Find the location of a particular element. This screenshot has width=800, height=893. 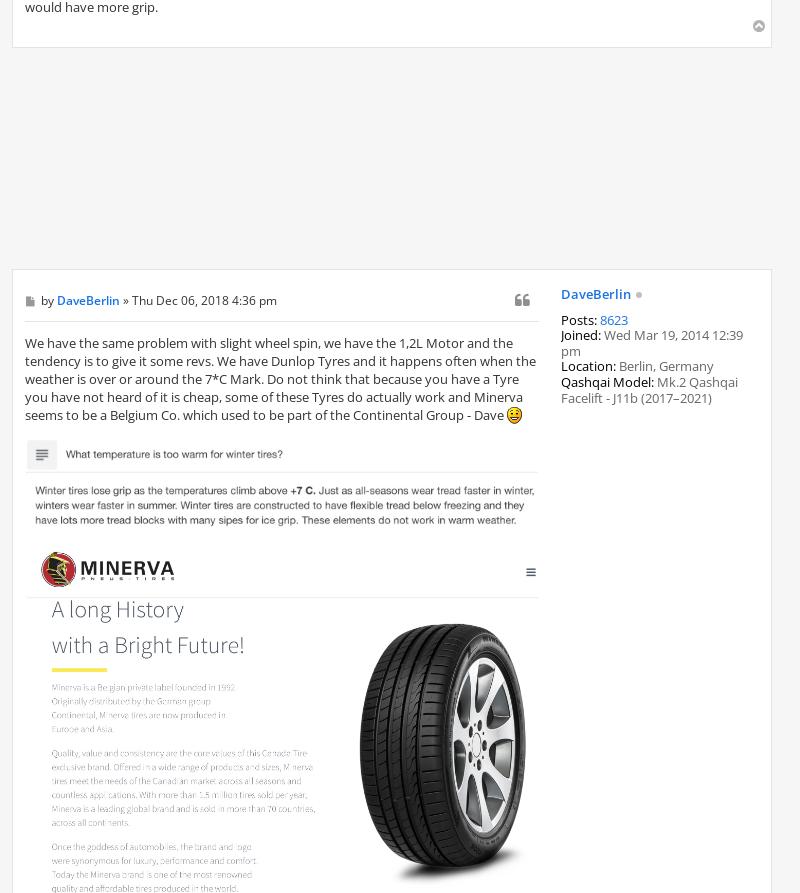

'by' is located at coordinates (39, 300).